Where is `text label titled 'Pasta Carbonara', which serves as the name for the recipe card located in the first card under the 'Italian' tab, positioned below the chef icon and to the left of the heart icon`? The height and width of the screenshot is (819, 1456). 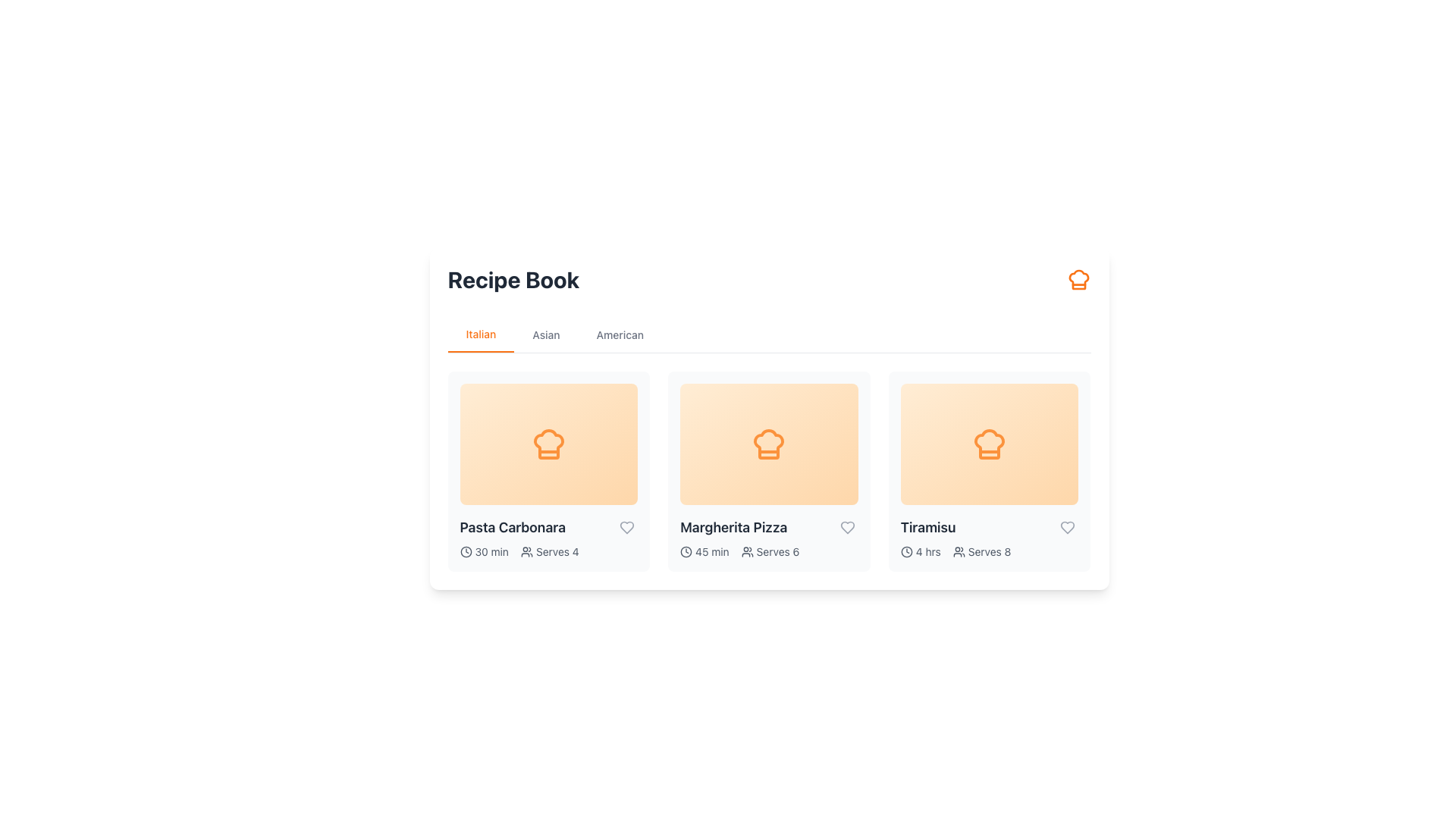 text label titled 'Pasta Carbonara', which serves as the name for the recipe card located in the first card under the 'Italian' tab, positioned below the chef icon and to the left of the heart icon is located at coordinates (548, 526).